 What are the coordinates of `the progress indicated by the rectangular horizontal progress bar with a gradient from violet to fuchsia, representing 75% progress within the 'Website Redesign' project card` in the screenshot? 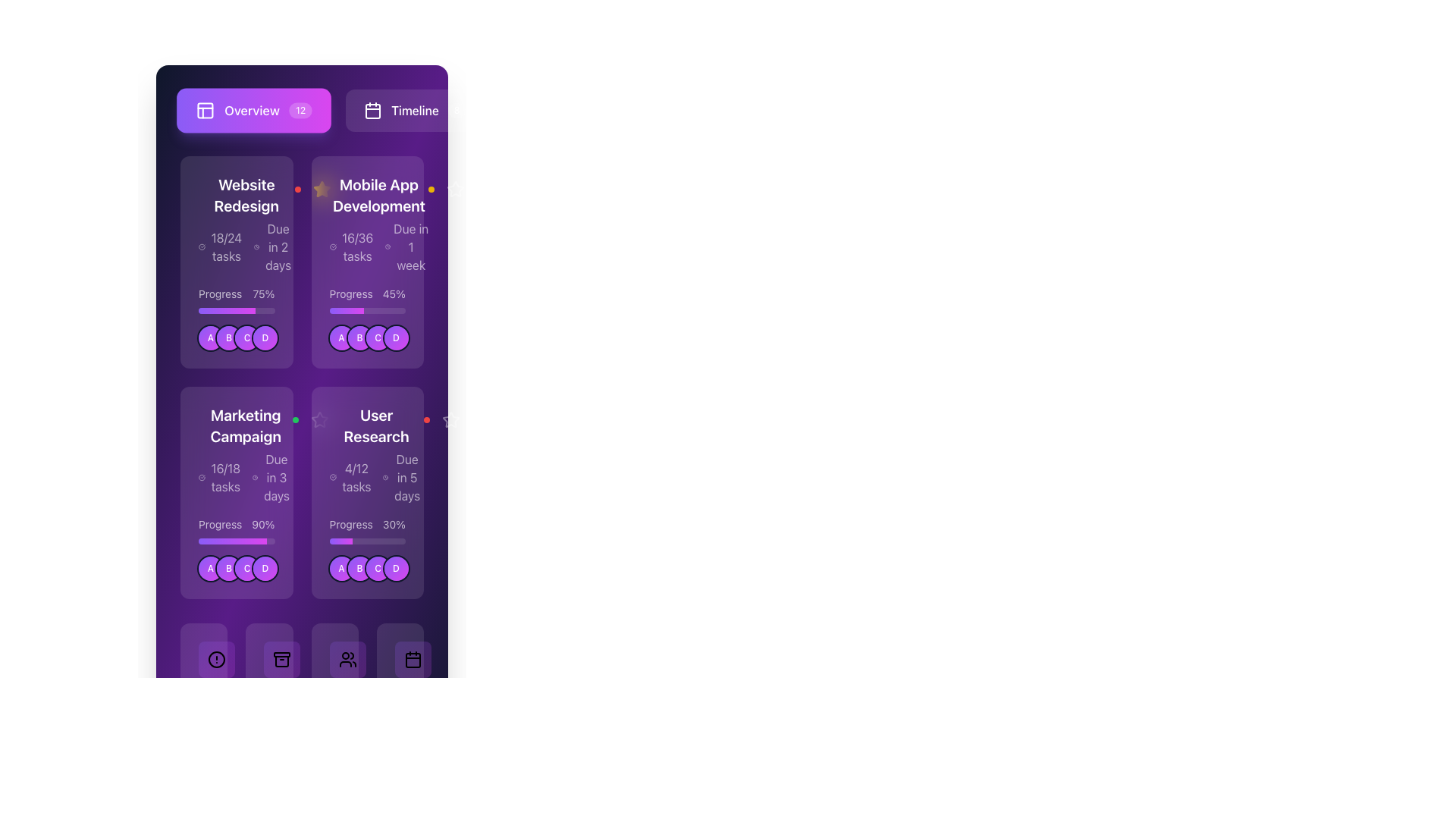 It's located at (226, 309).